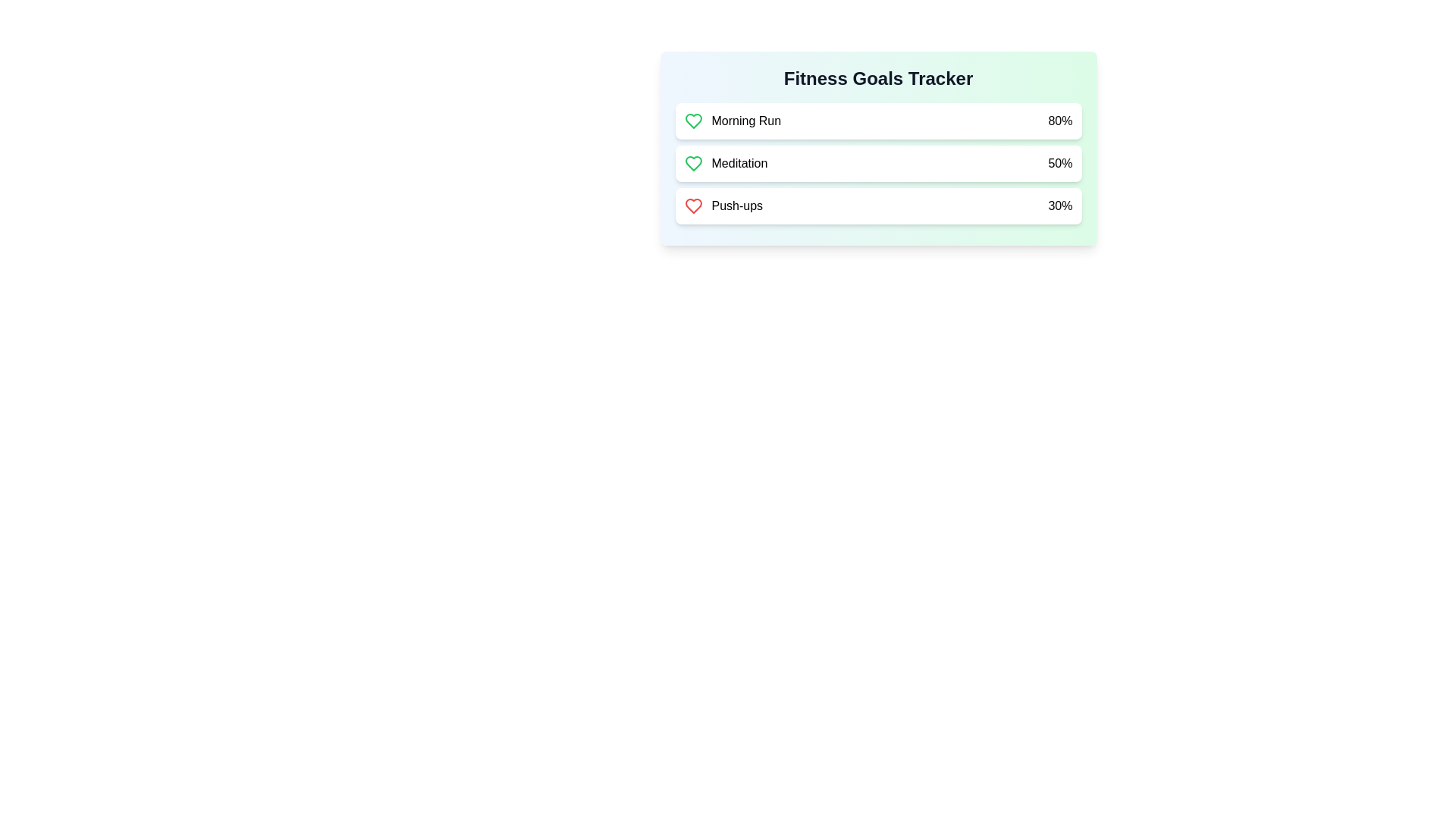 This screenshot has width=1456, height=819. Describe the element at coordinates (878, 164) in the screenshot. I see `the 'Meditation' list item to display its metadata, which includes the completion percentage for tracking activities` at that location.